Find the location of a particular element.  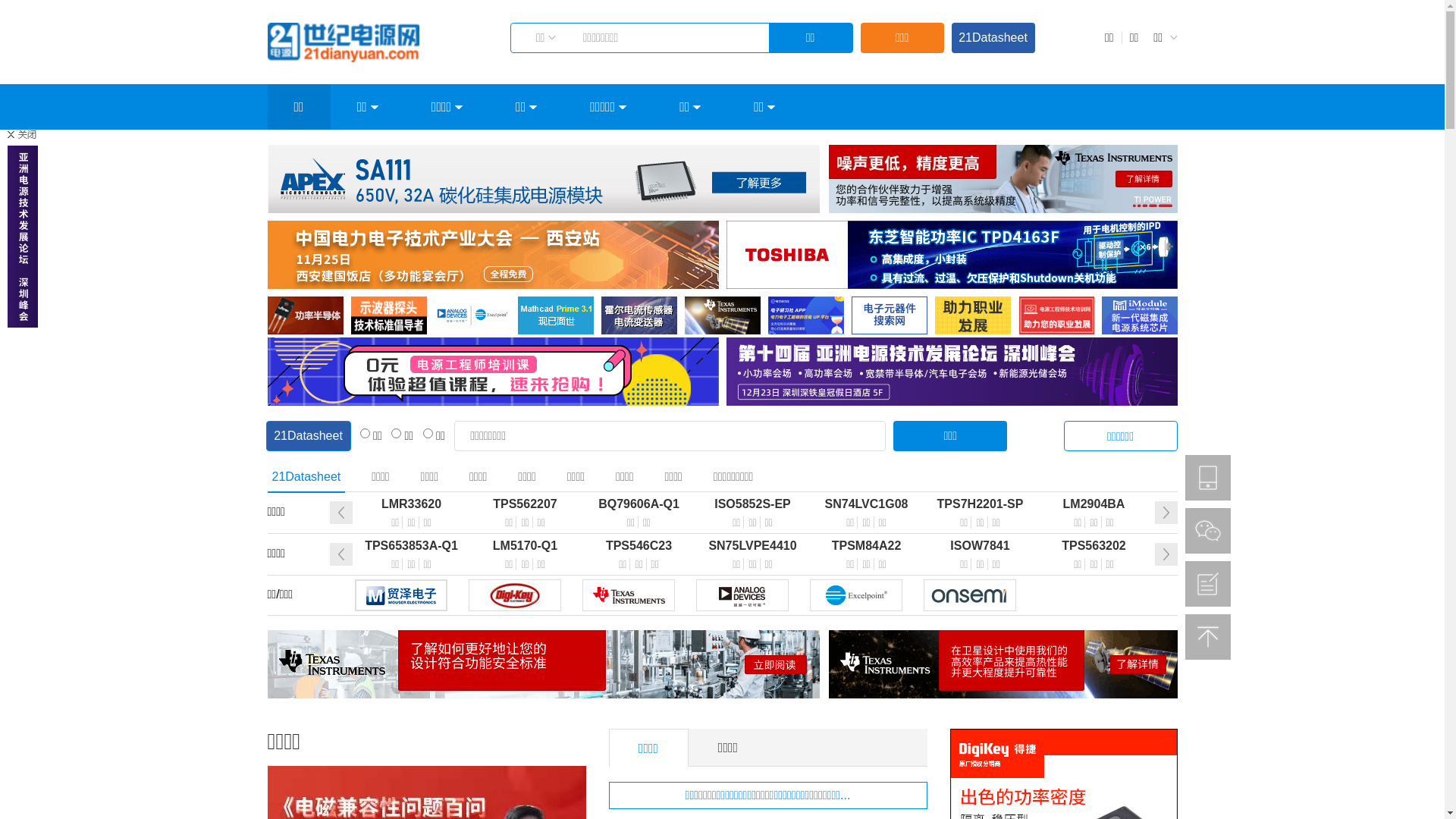

'SN74LVC1G08' is located at coordinates (809, 504).